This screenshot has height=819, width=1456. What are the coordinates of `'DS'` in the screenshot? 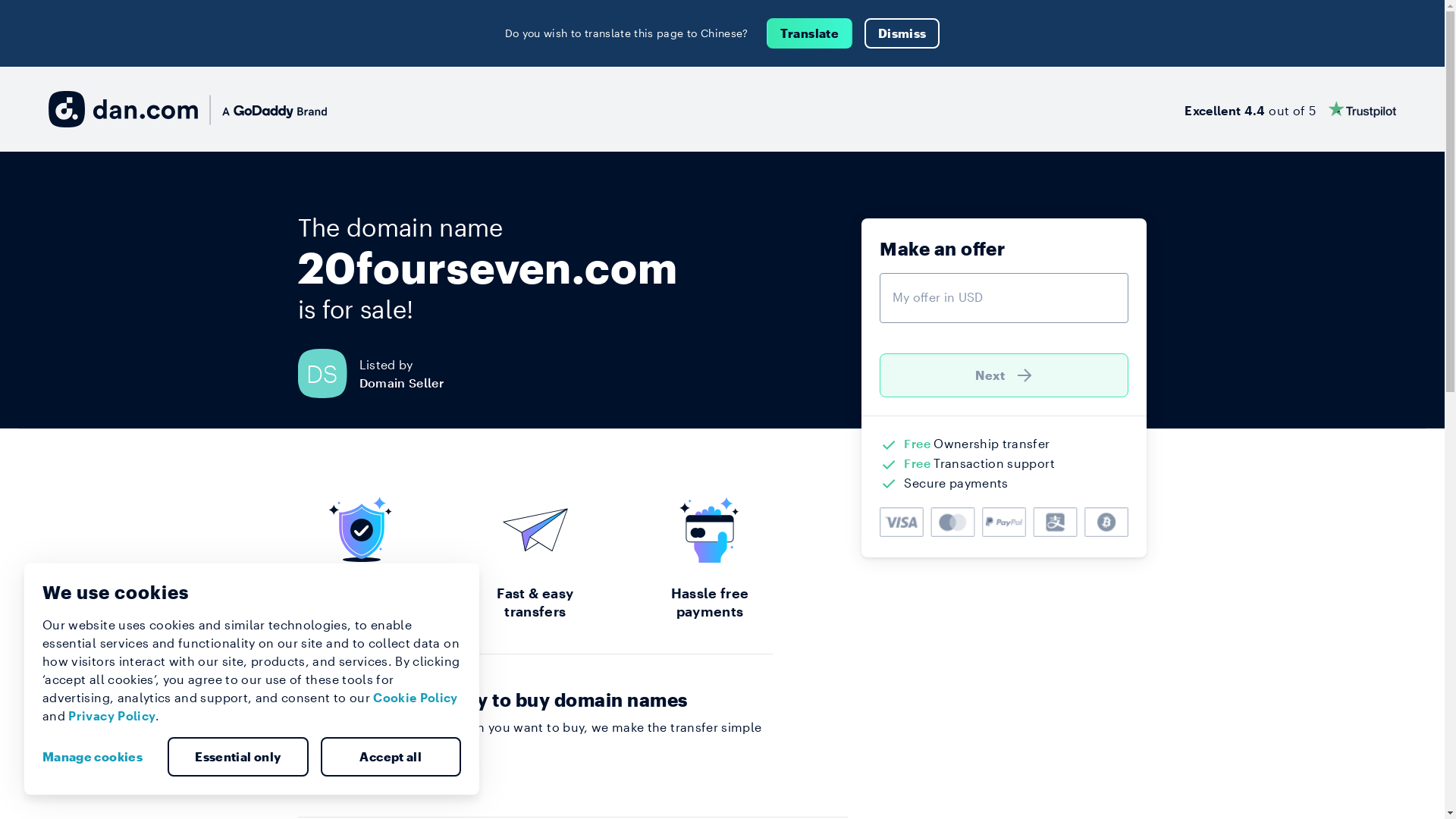 It's located at (327, 373).